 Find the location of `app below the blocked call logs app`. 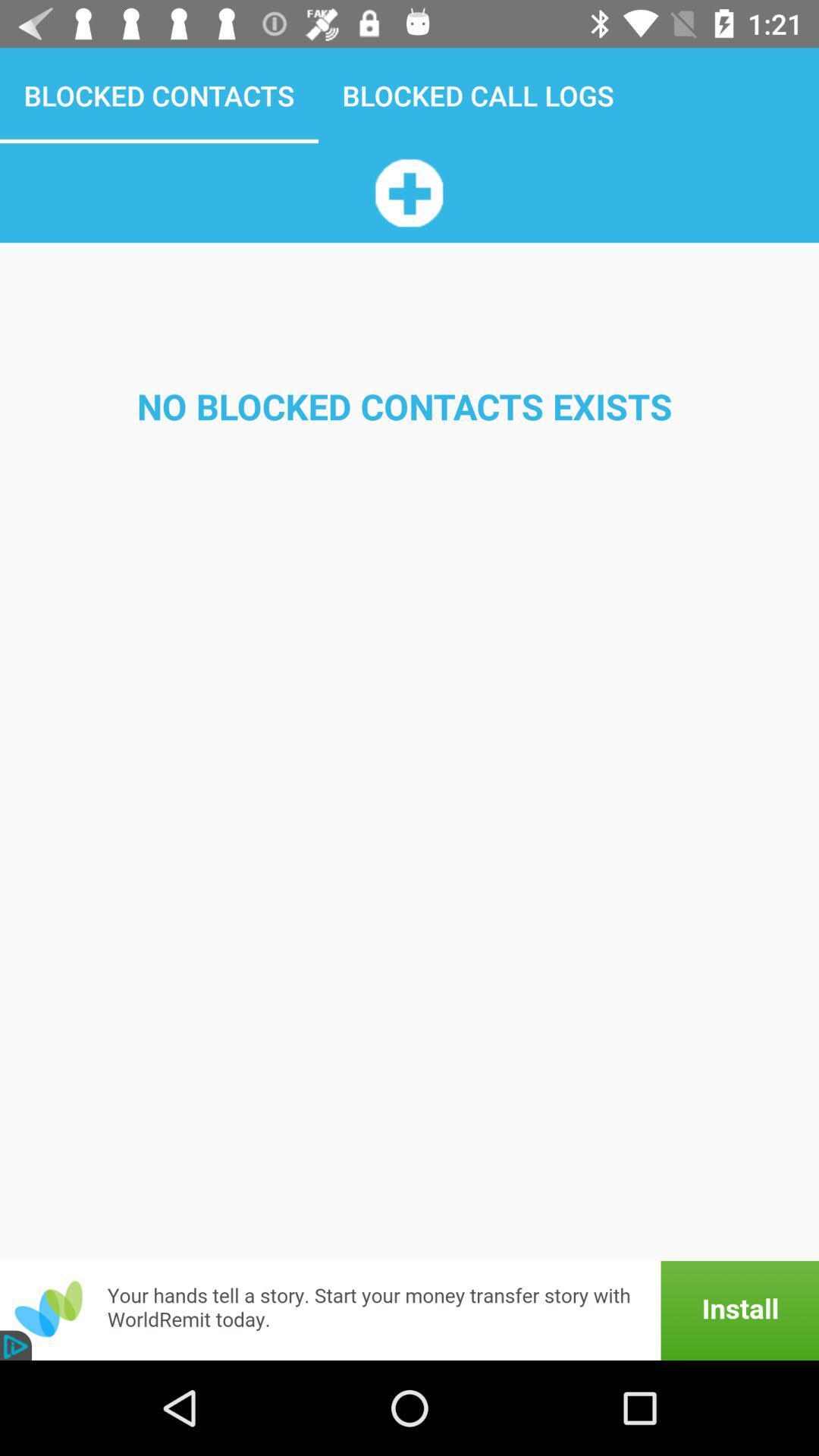

app below the blocked call logs app is located at coordinates (408, 192).